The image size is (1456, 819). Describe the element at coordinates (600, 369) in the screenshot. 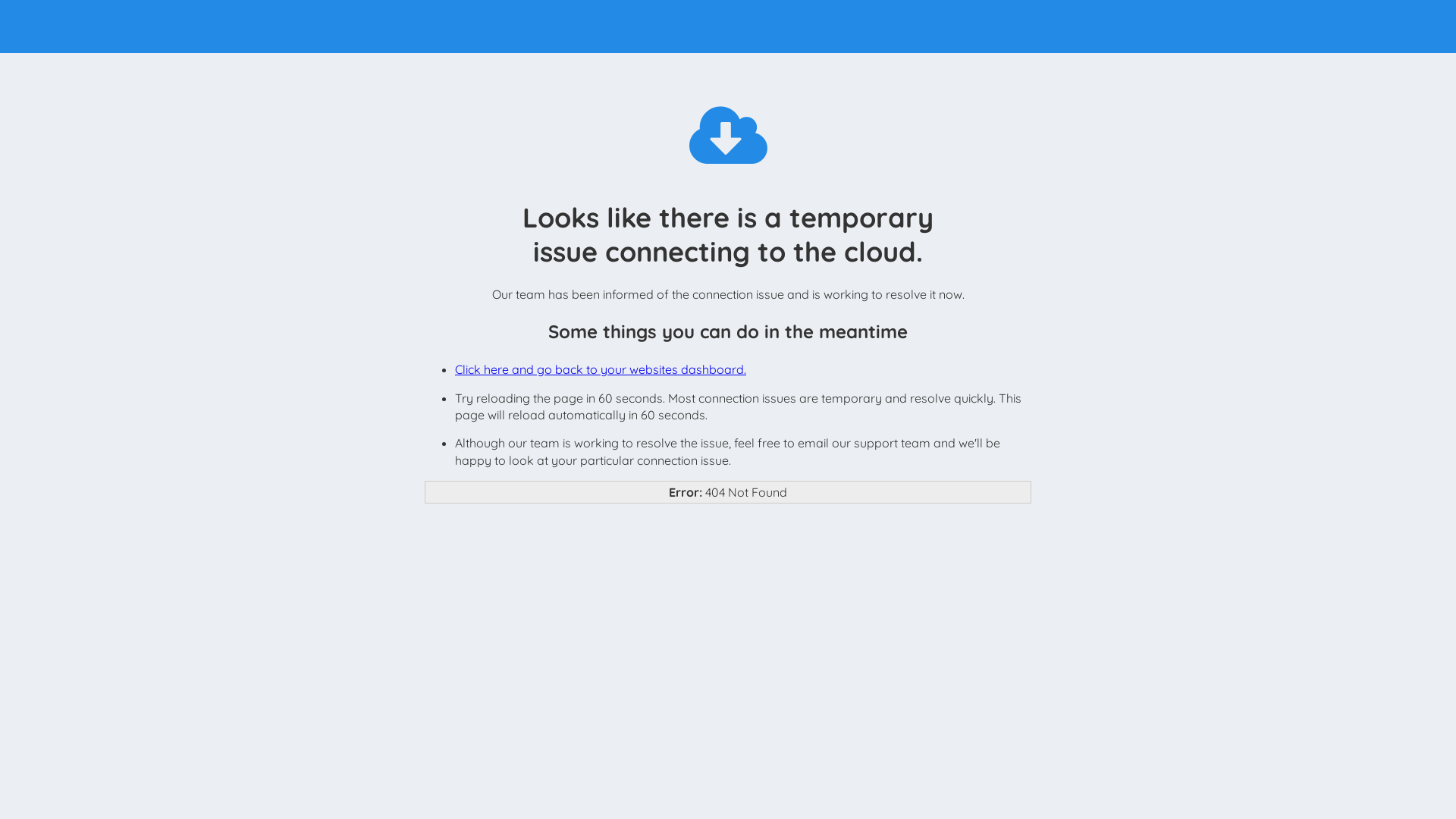

I see `'Click here and go back to your websites dashboard.'` at that location.